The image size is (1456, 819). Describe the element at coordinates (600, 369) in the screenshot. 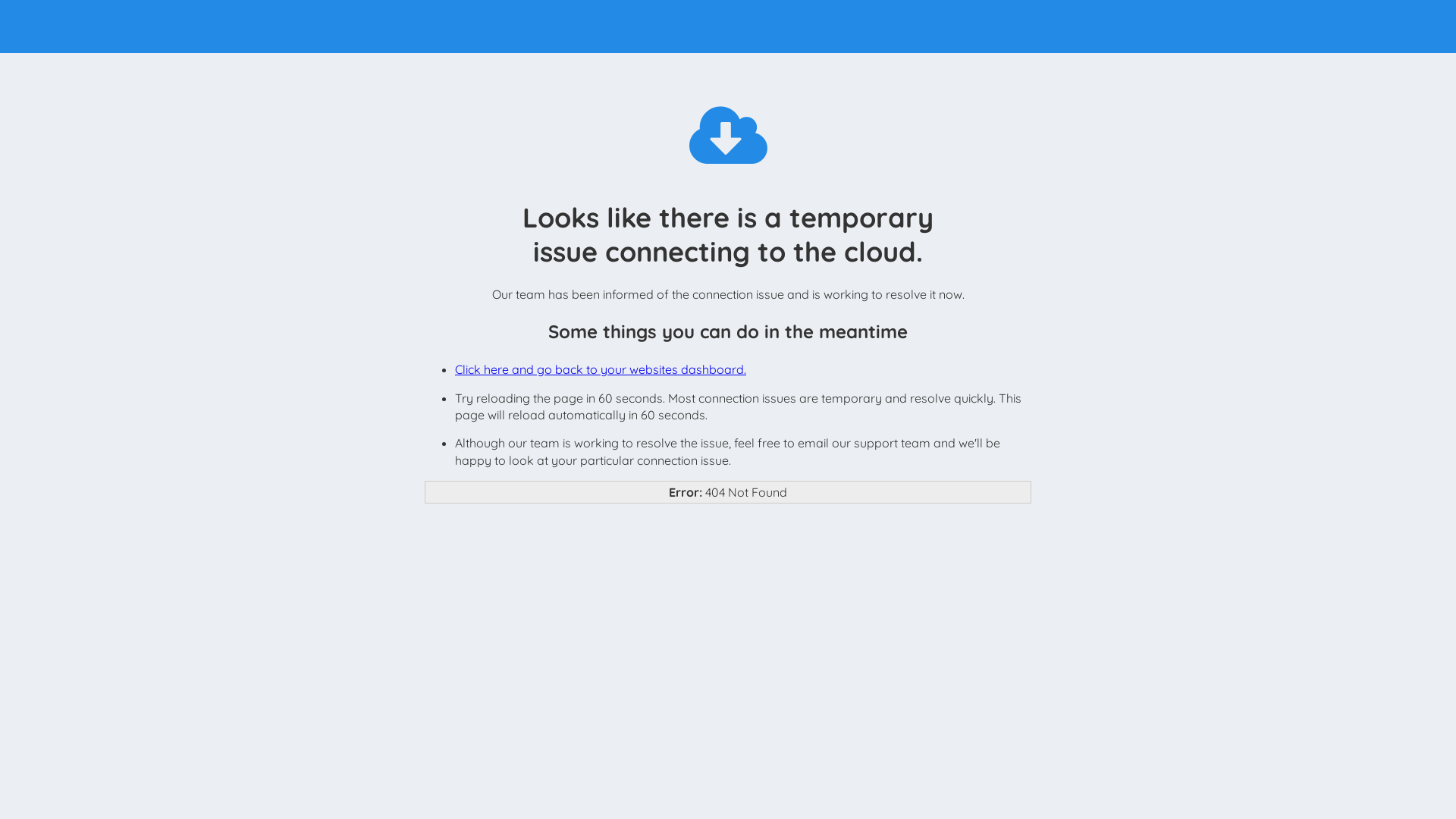

I see `'Click here and go back to your websites dashboard.'` at that location.